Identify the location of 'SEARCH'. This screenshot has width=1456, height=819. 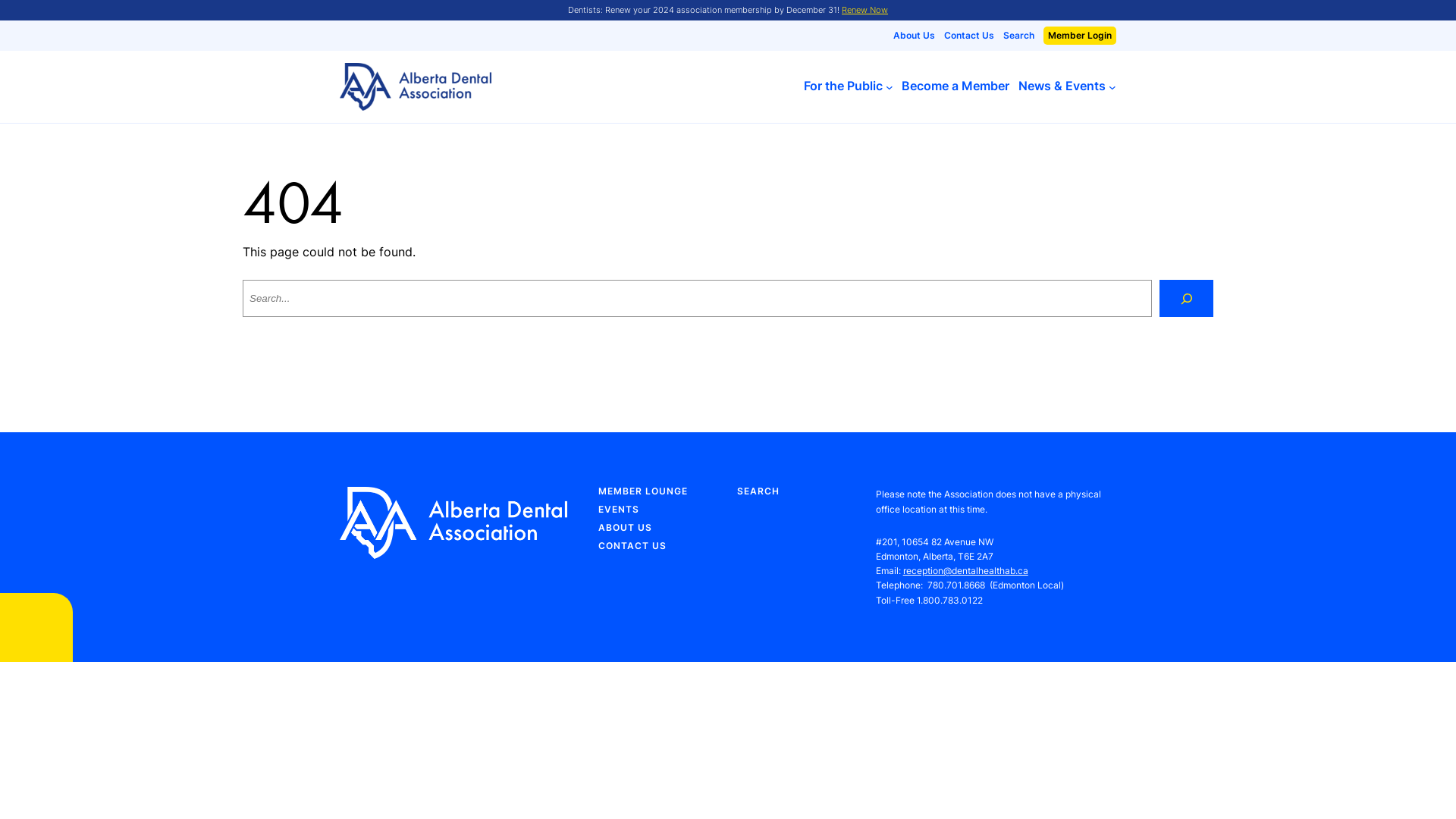
(758, 491).